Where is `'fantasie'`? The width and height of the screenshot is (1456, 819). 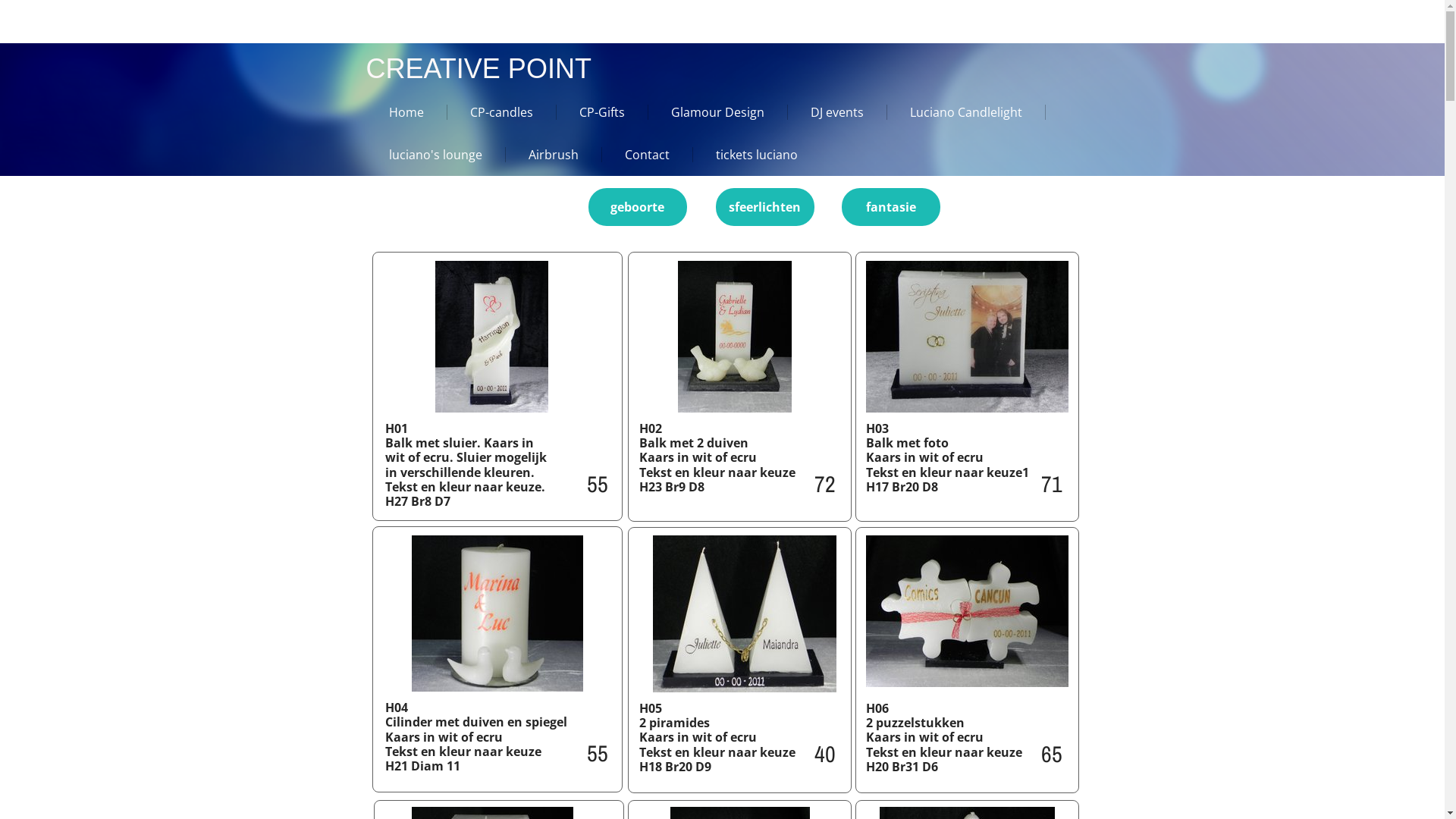
'fantasie' is located at coordinates (891, 207).